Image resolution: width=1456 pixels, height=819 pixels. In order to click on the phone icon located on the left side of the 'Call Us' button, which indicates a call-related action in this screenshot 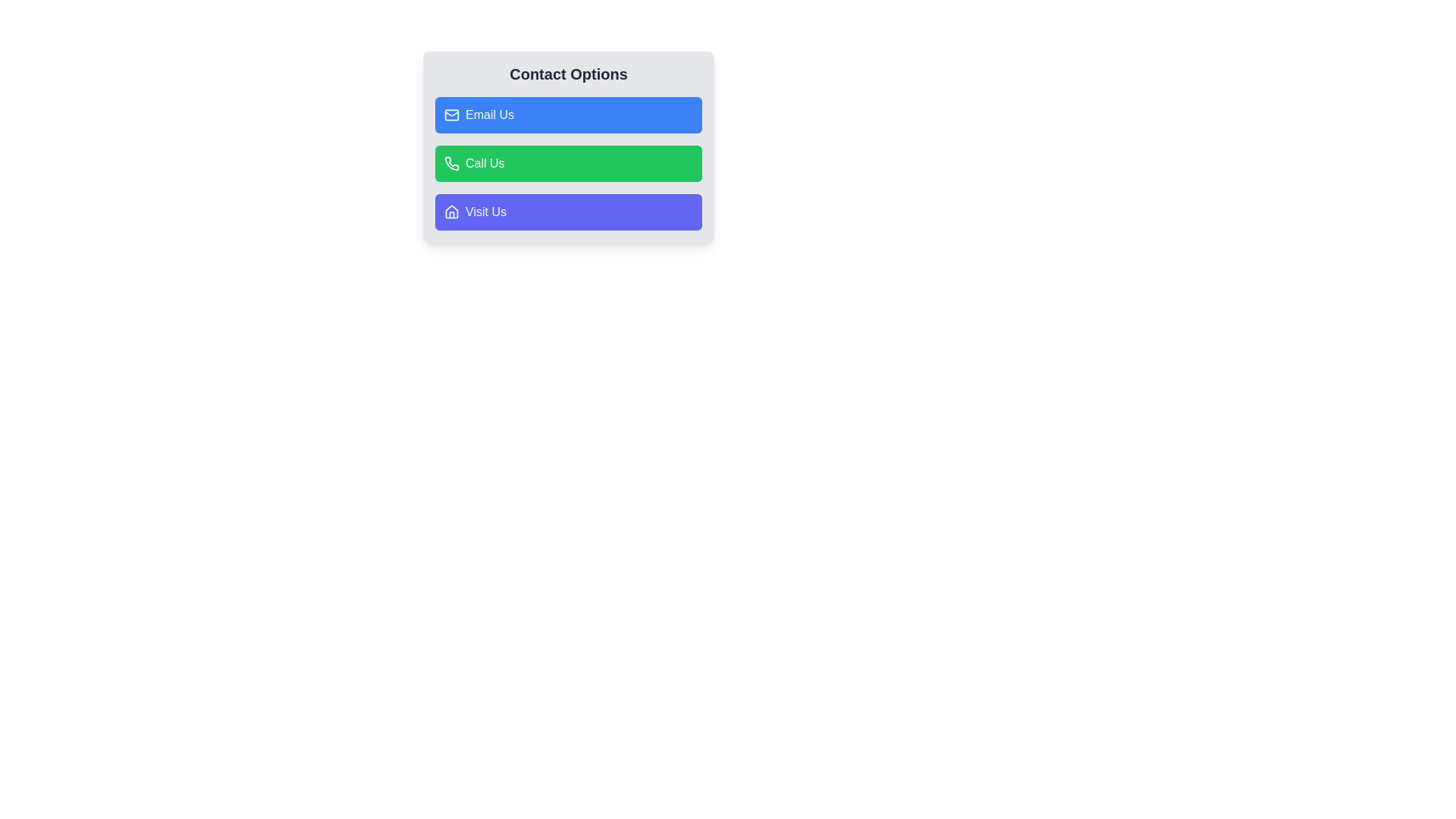, I will do `click(450, 164)`.